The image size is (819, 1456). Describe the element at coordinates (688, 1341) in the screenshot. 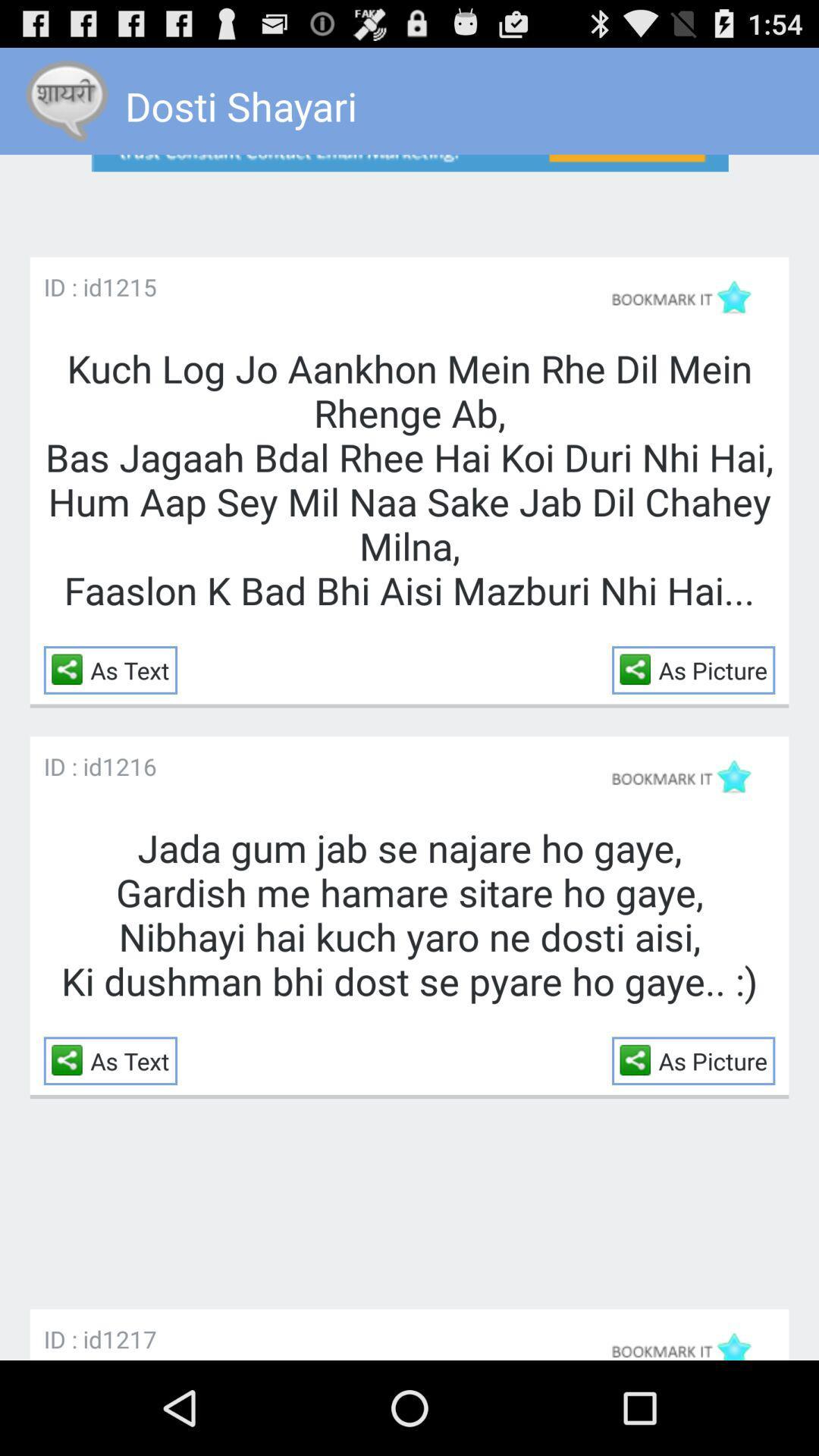

I see `bookmark this` at that location.